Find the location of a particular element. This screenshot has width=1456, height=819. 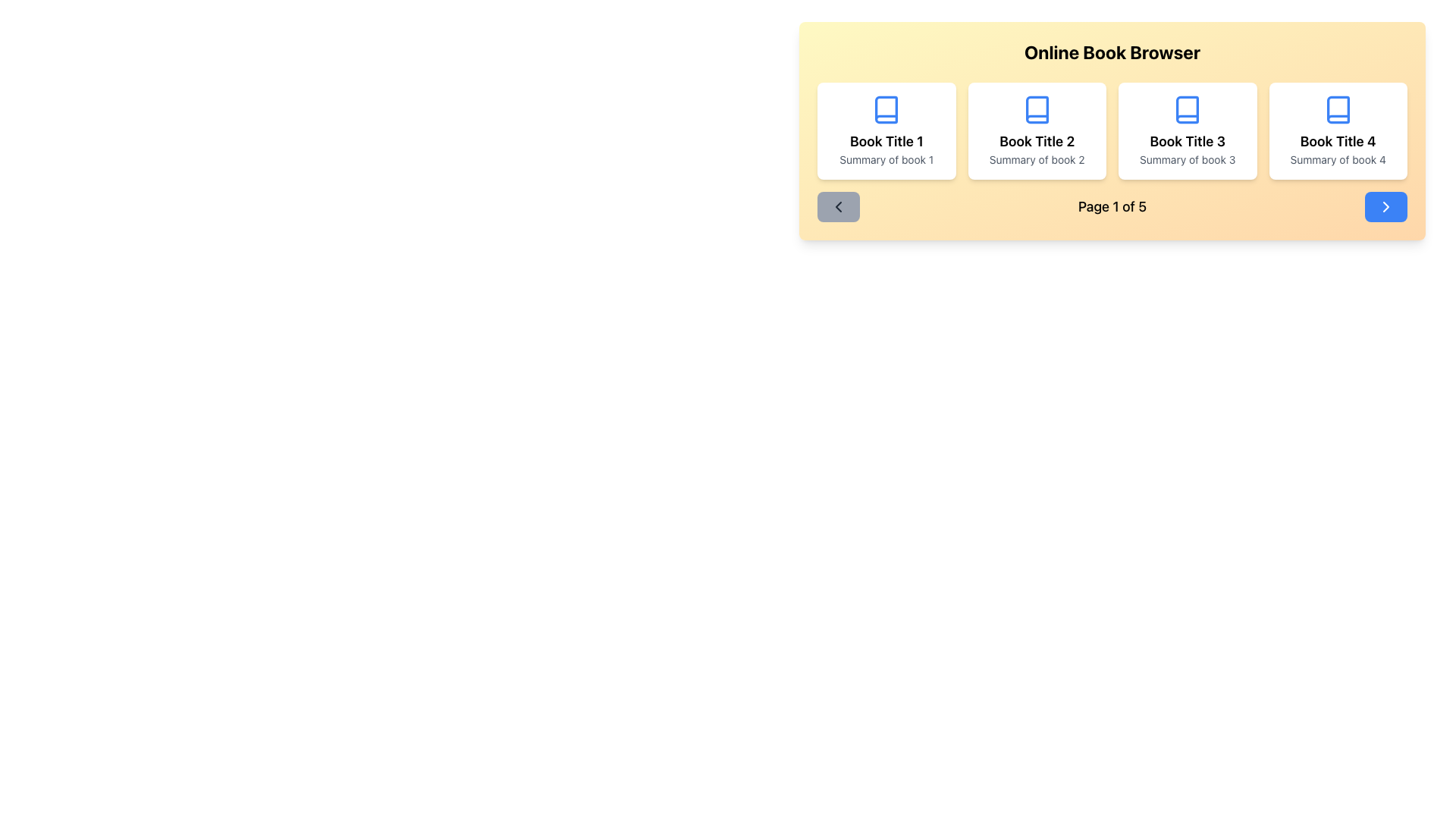

the visually styled book icon titled 'Book Title 2' with the subtitle 'Summary of book 2', which is the second card in a horizontal list of book items in the carousel is located at coordinates (1036, 109).